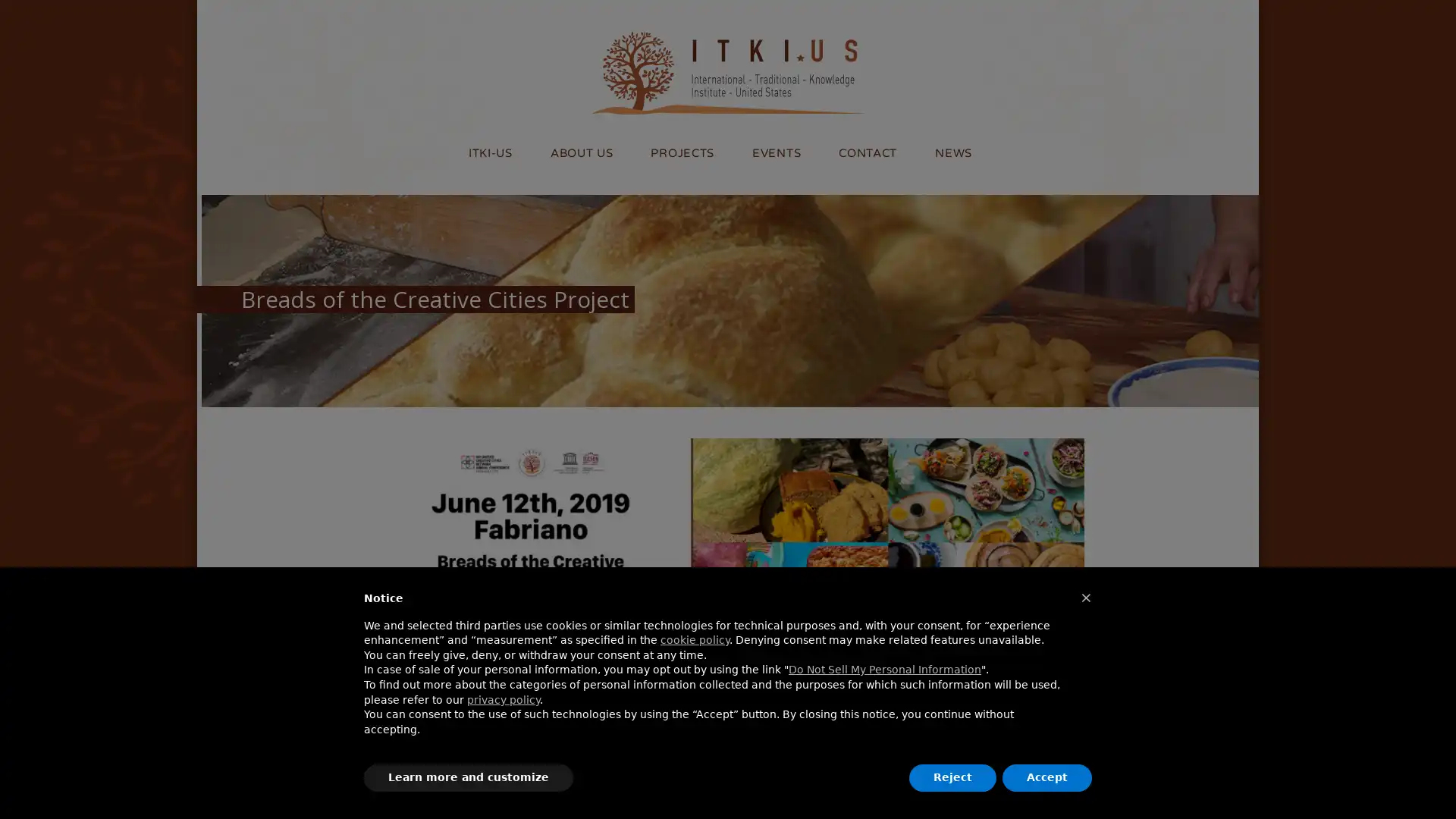  I want to click on Reject, so click(952, 778).